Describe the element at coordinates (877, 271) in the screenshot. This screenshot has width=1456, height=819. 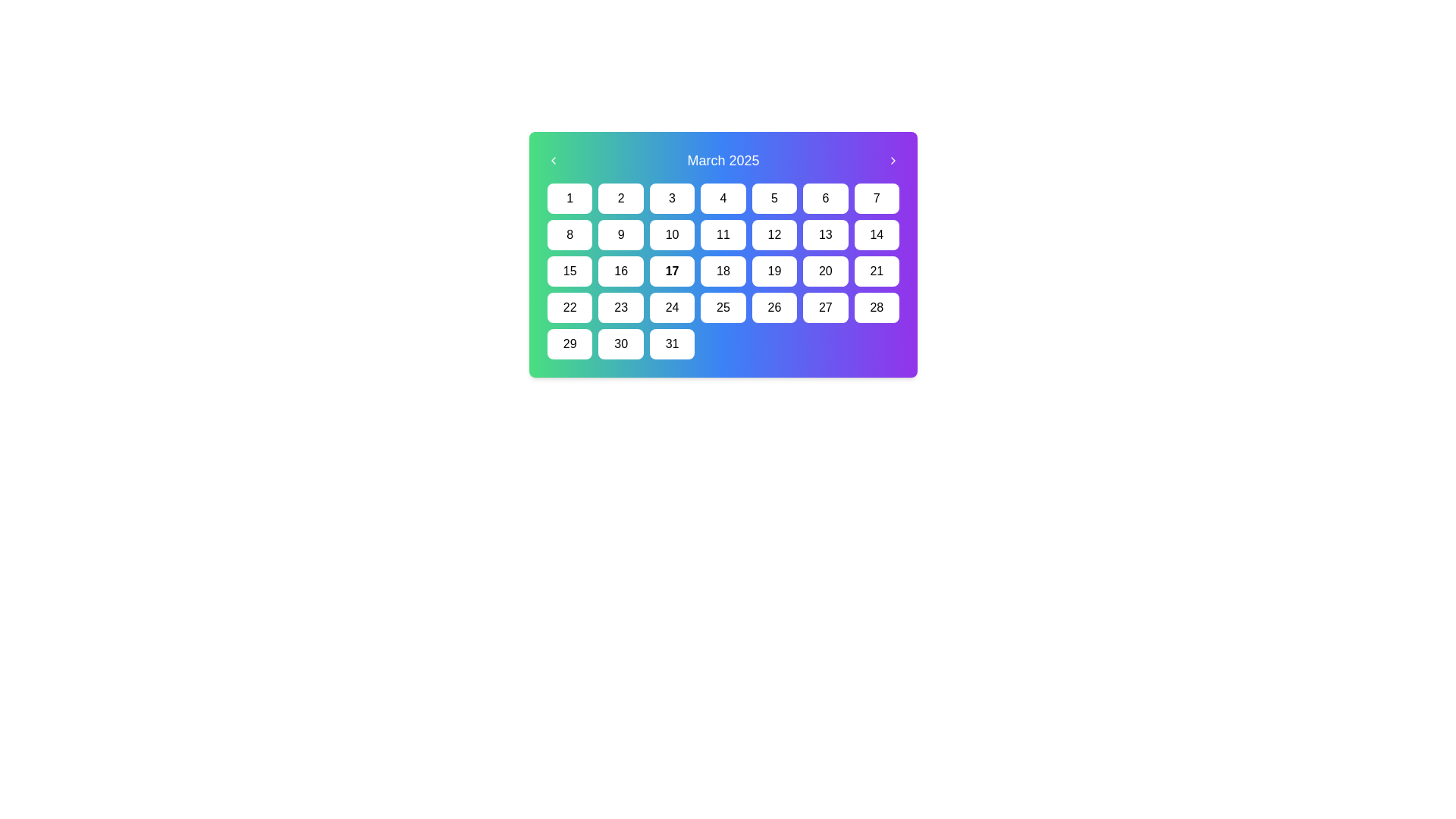
I see `the Calendar Date Item displaying the date '21' in the March 2025 calendar` at that location.